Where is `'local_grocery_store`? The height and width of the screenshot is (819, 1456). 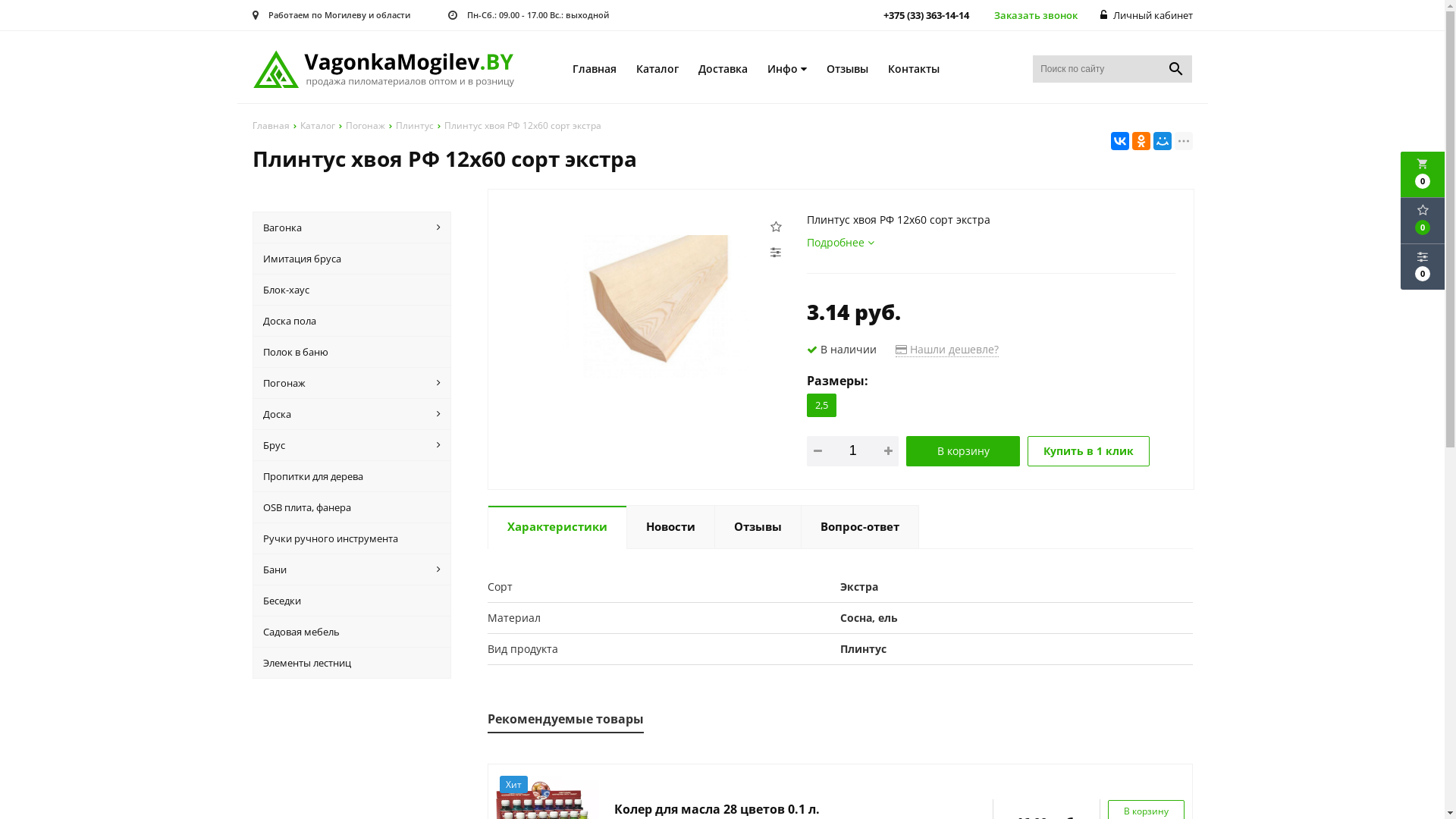
'local_grocery_store is located at coordinates (1422, 174).